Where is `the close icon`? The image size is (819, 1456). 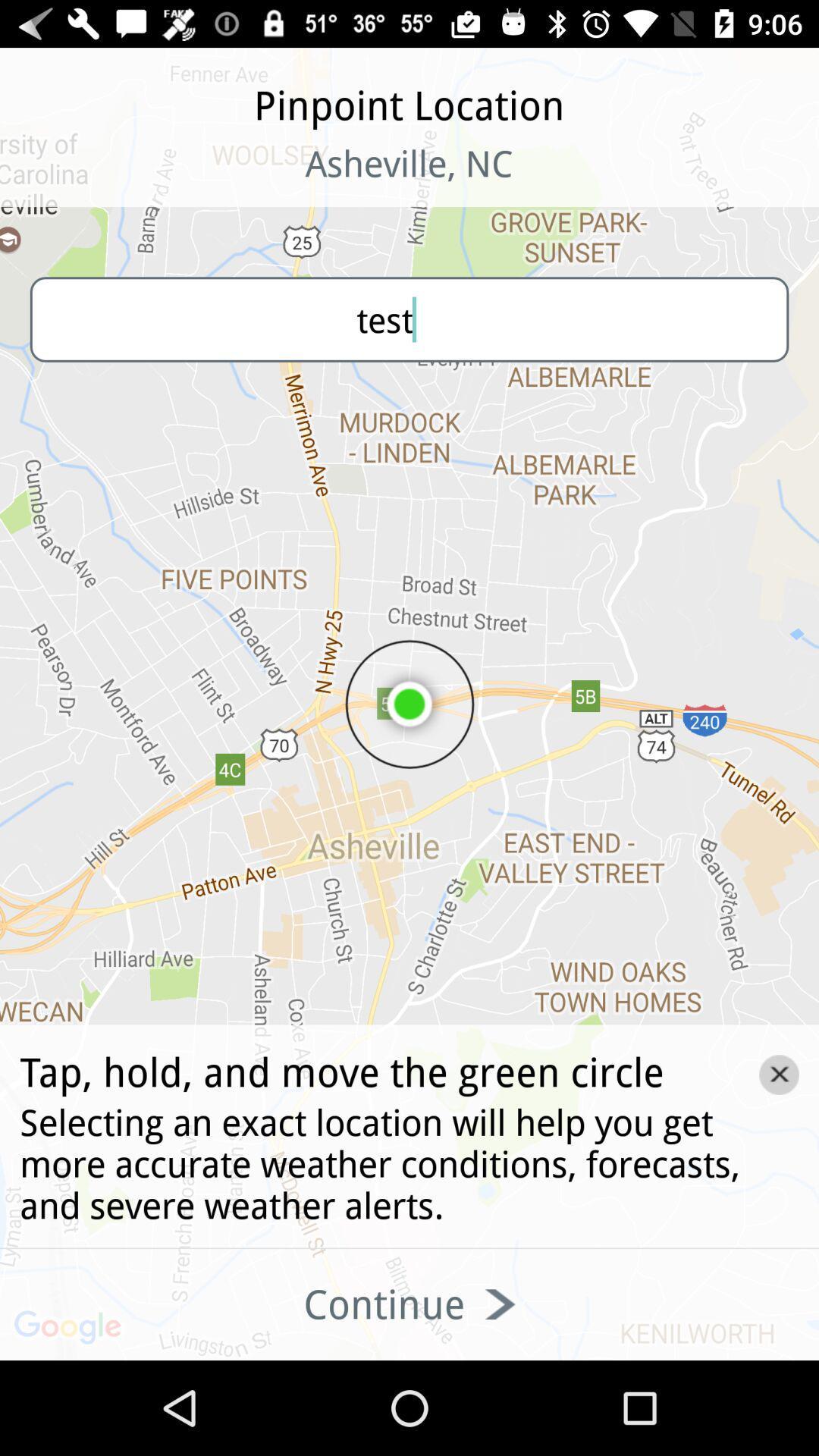 the close icon is located at coordinates (779, 1074).